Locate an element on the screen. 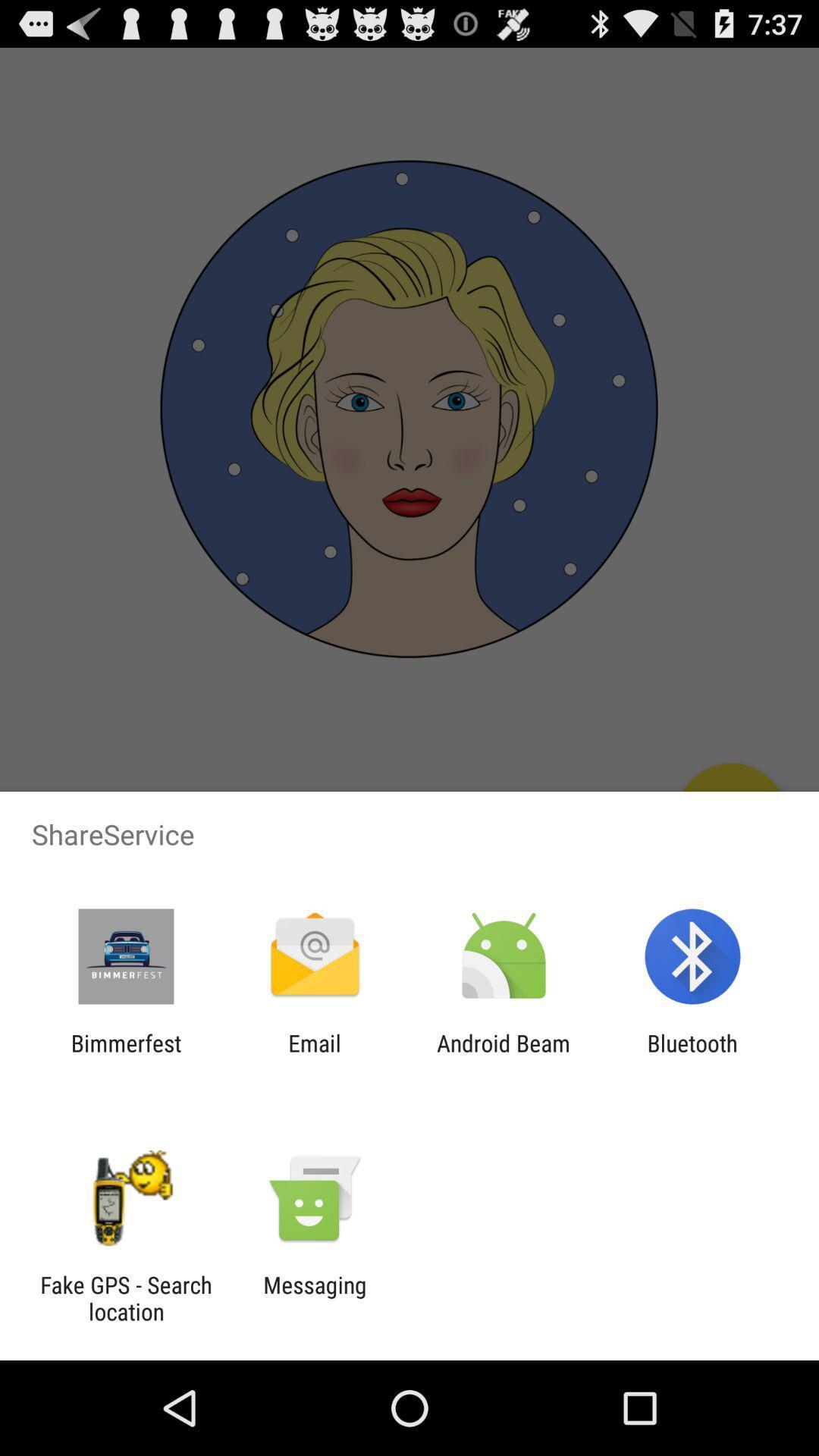 This screenshot has height=1456, width=819. the email is located at coordinates (314, 1056).